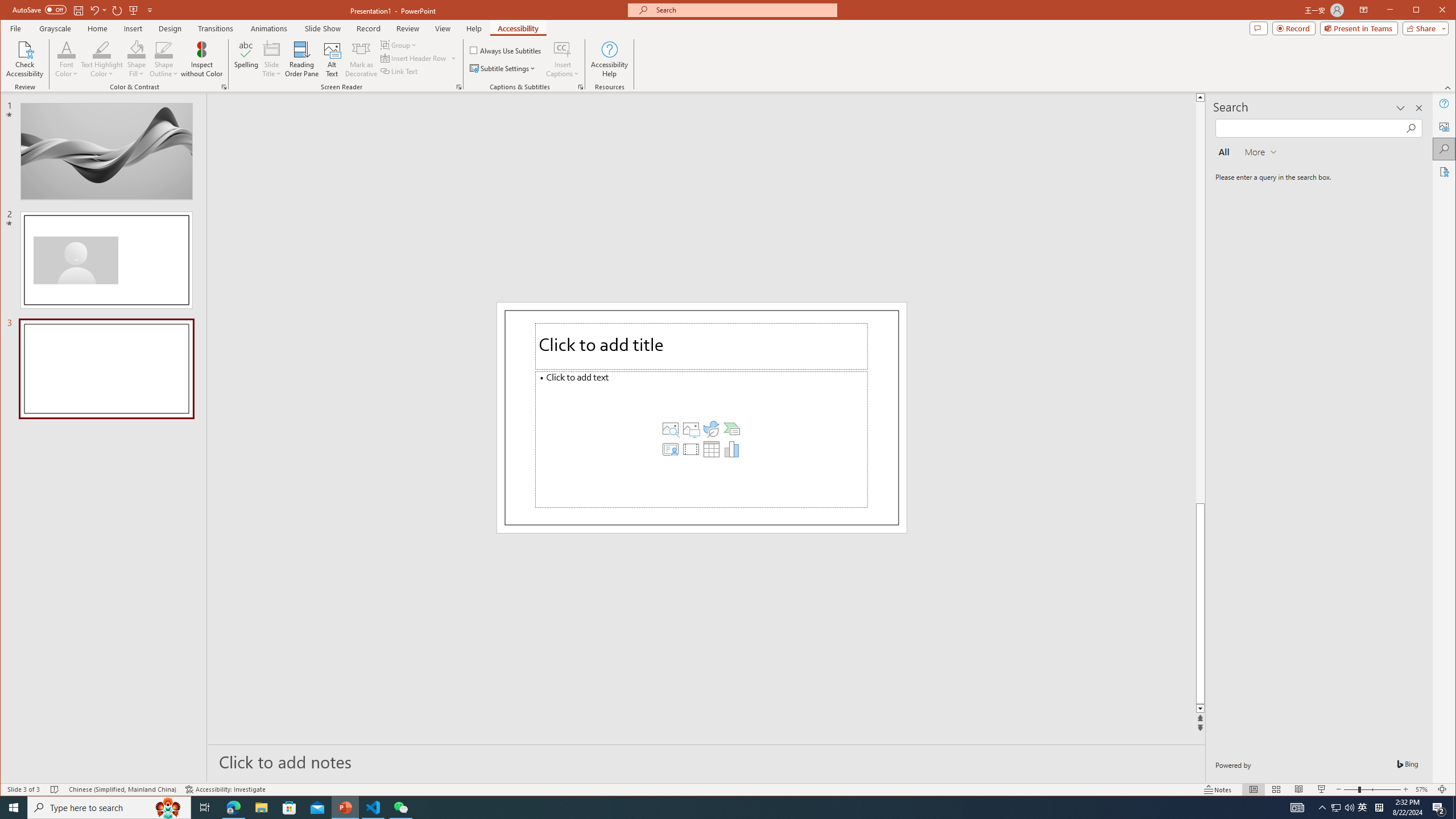  What do you see at coordinates (701, 346) in the screenshot?
I see `'Title TextBox'` at bounding box center [701, 346].